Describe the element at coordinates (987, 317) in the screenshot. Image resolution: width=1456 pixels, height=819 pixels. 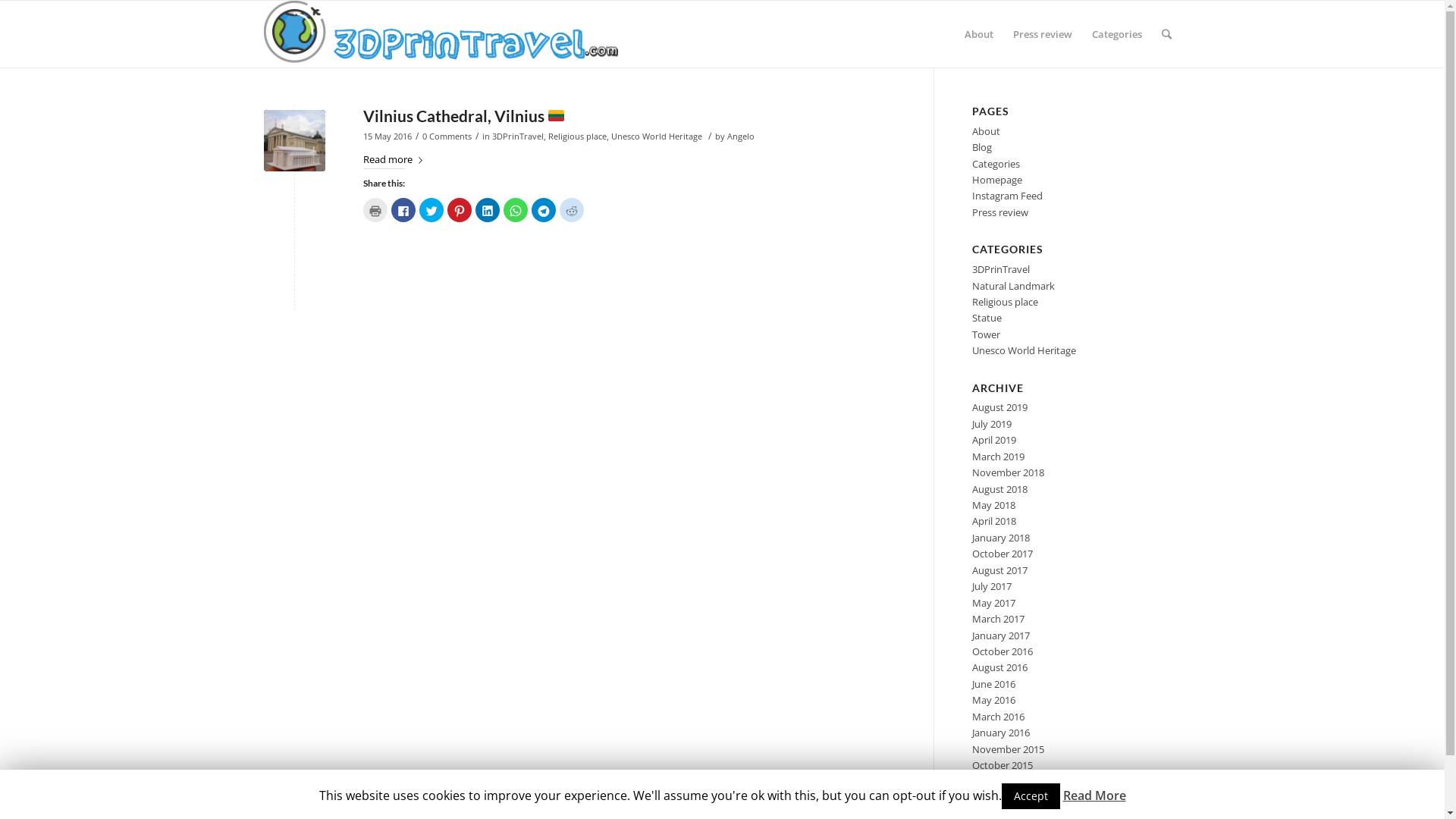
I see `'Statue'` at that location.